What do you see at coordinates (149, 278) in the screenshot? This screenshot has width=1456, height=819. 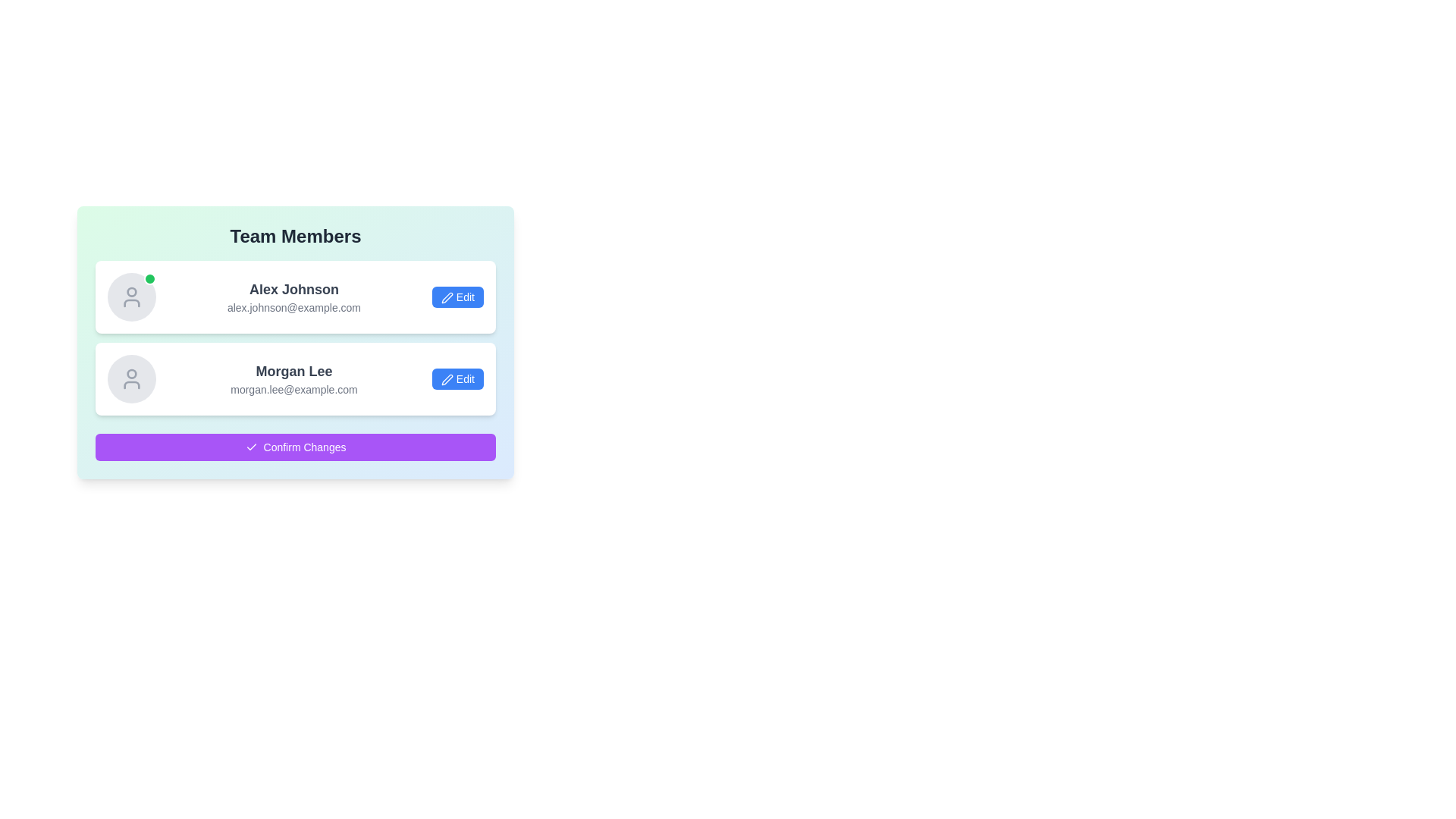 I see `the status indicator located at the top-right corner of the circular user profile picture next to the text 'Alex Johnson'` at bounding box center [149, 278].